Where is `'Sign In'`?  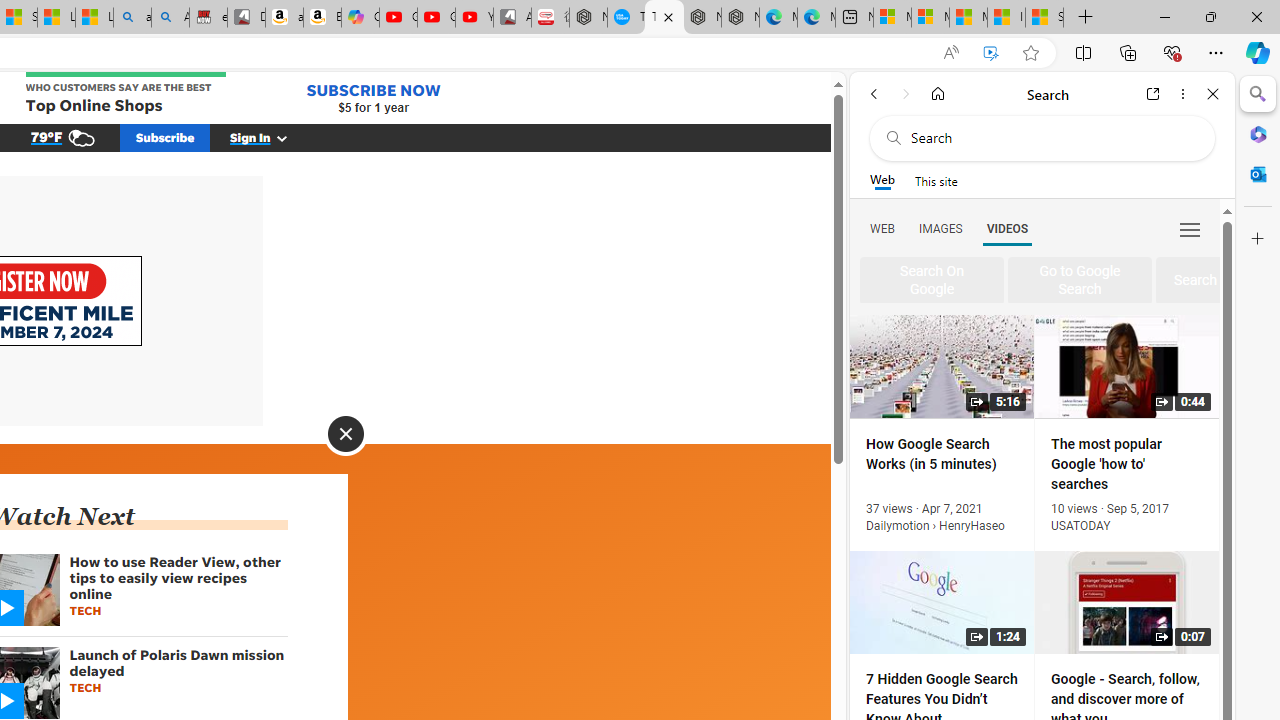
'Sign In' is located at coordinates (269, 136).